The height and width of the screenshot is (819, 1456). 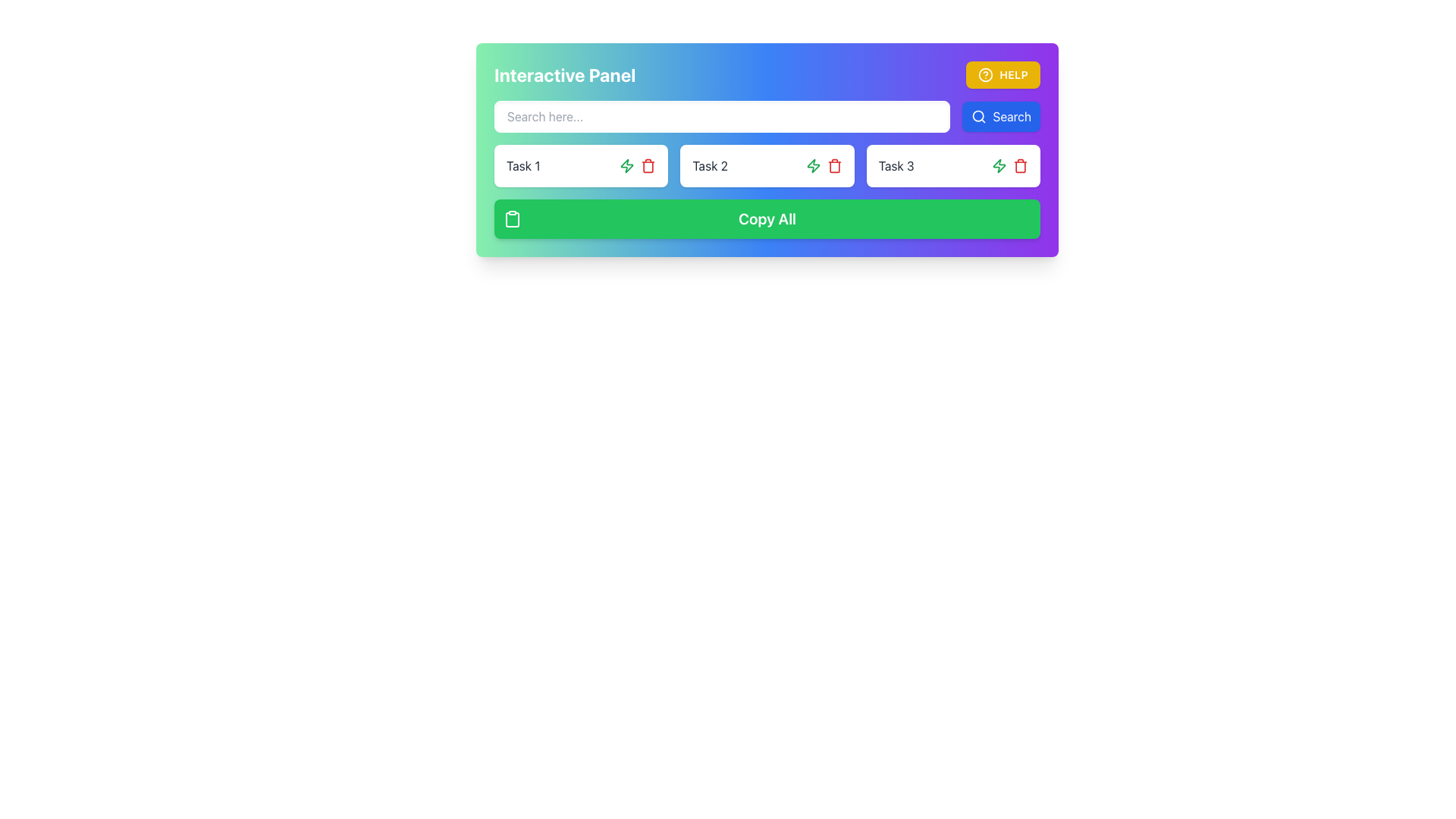 What do you see at coordinates (999, 166) in the screenshot?
I see `the green lightning bolt icon` at bounding box center [999, 166].